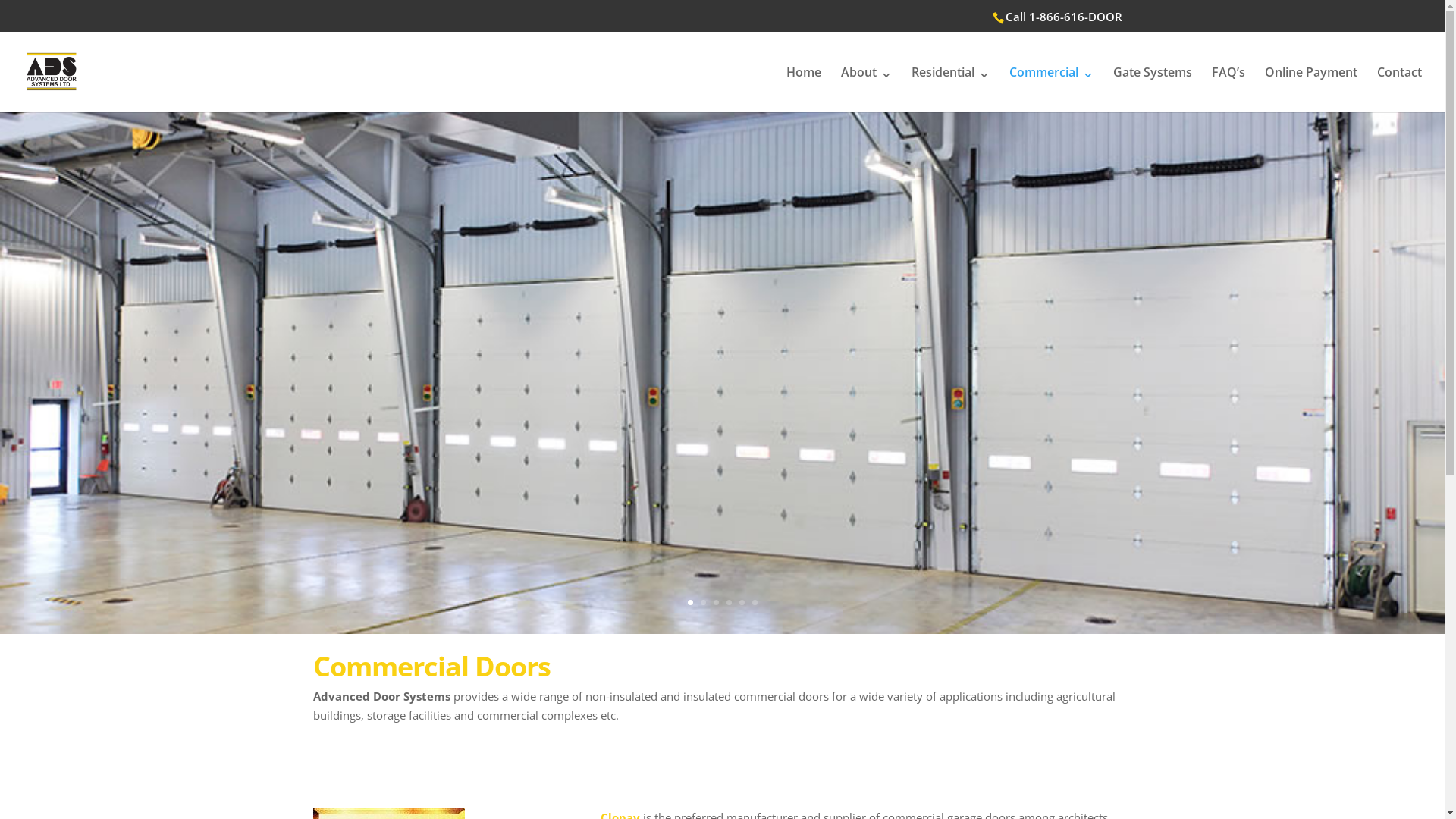 This screenshot has width=1456, height=819. Describe the element at coordinates (1062, 17) in the screenshot. I see `'Call 1-866-616-DOOR'` at that location.